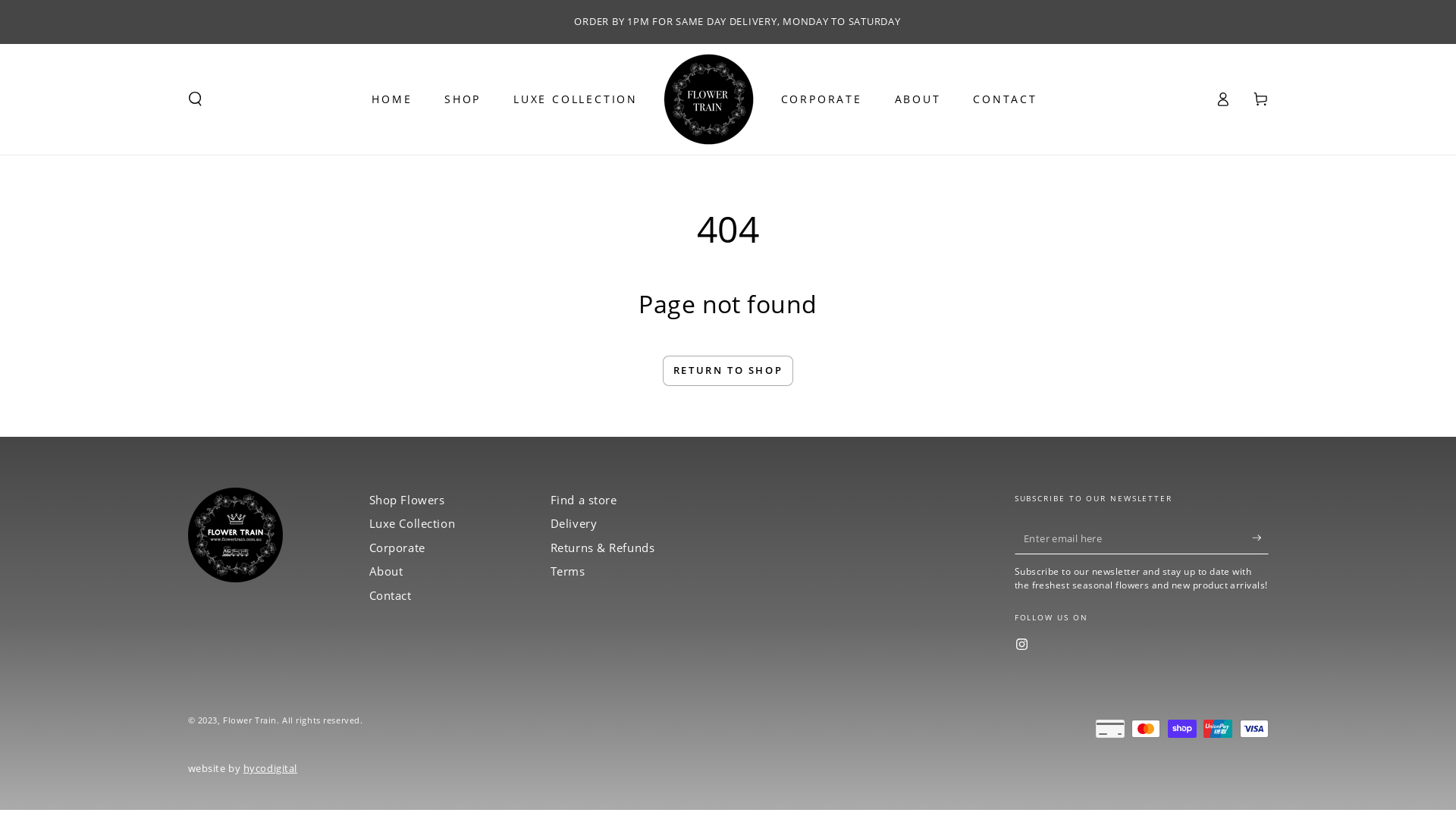 This screenshot has height=819, width=1456. What do you see at coordinates (462, 99) in the screenshot?
I see `'SHOP'` at bounding box center [462, 99].